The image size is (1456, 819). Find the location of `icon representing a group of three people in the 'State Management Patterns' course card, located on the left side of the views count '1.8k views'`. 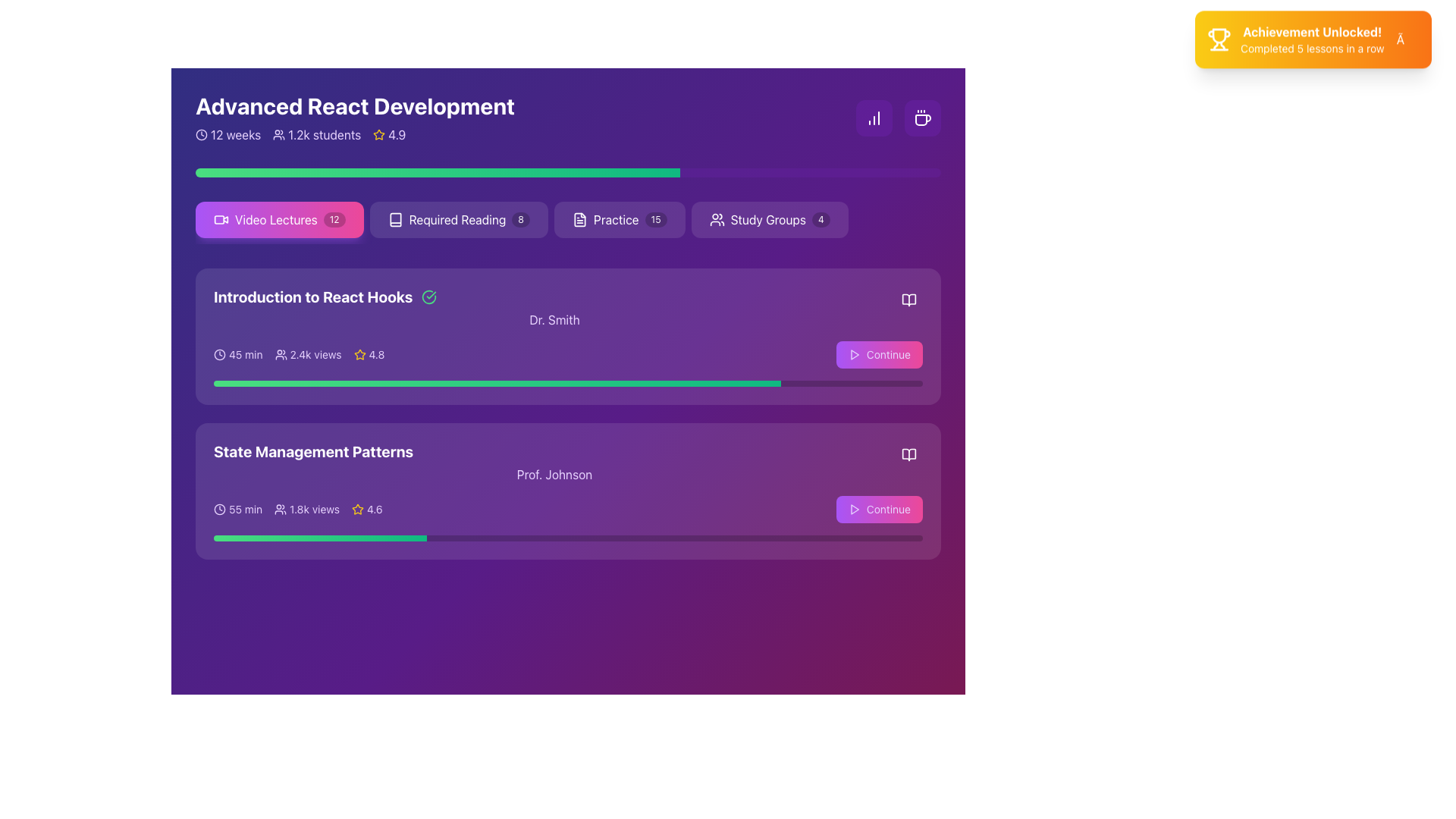

icon representing a group of three people in the 'State Management Patterns' course card, located on the left side of the views count '1.8k views' is located at coordinates (281, 509).